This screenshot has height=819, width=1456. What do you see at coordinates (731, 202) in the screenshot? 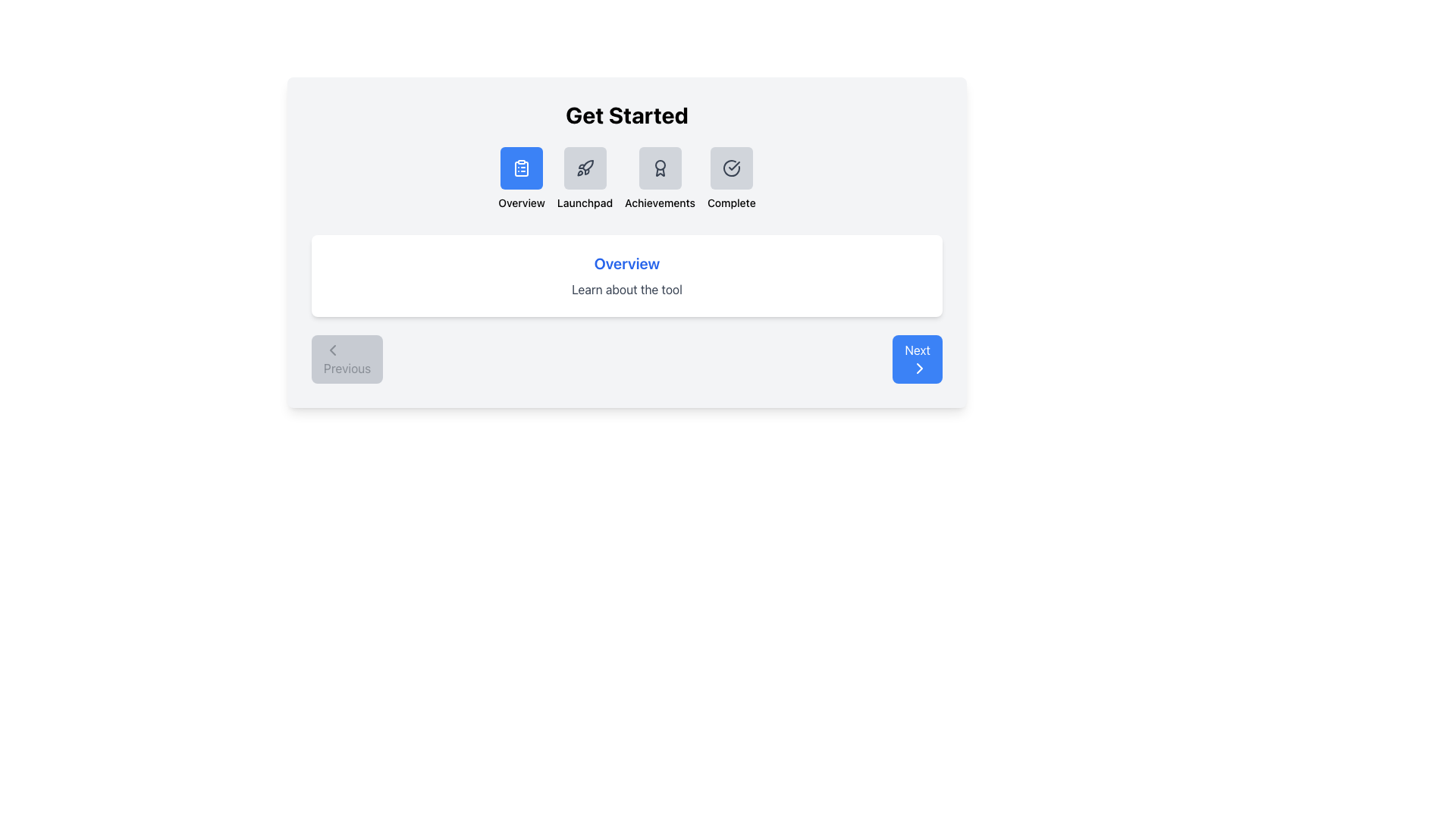
I see `the text label reading 'Complete', which is positioned beneath a checkmark icon in a modern UI design, part of the 'Get Started' section` at bounding box center [731, 202].